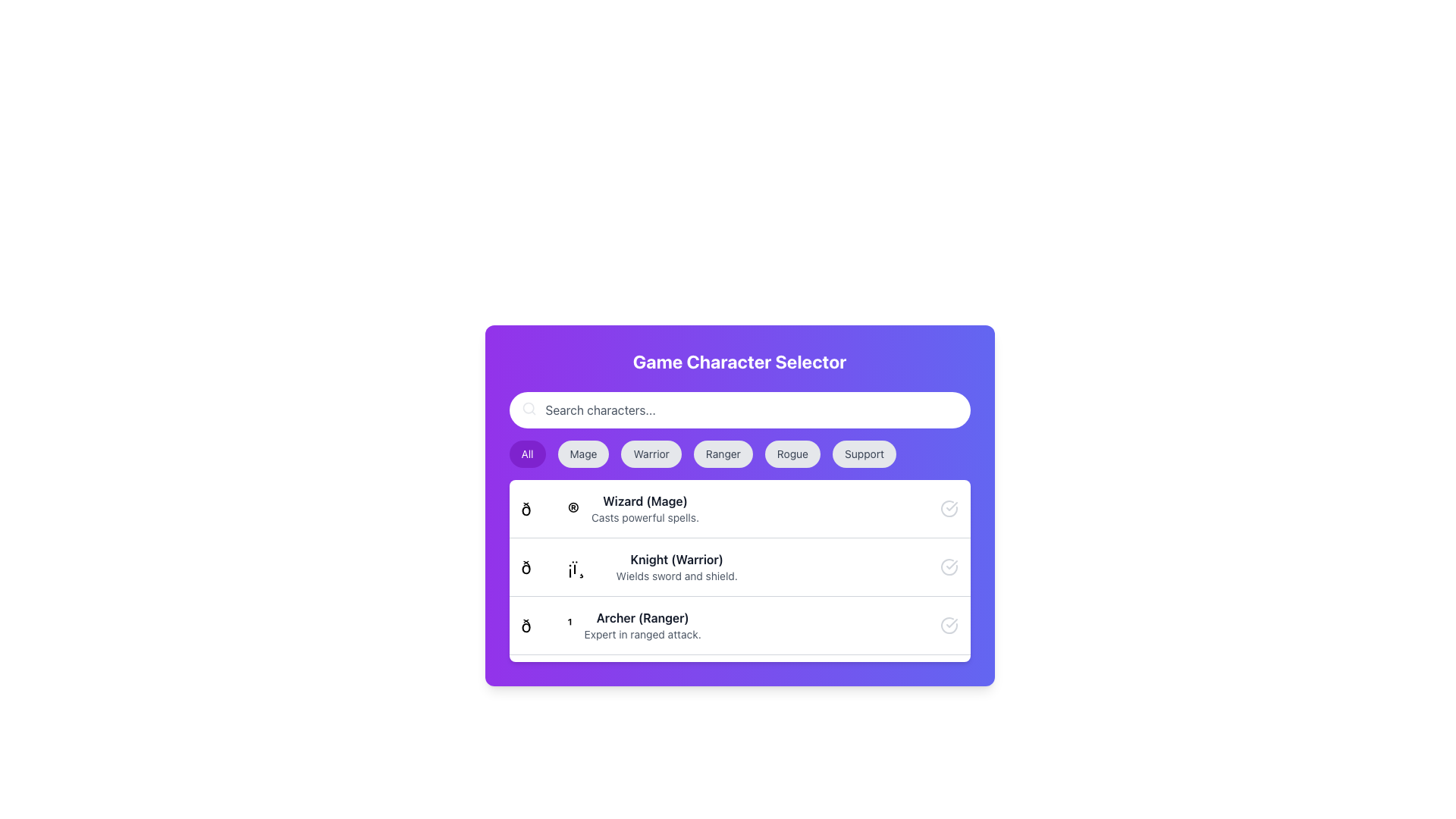  What do you see at coordinates (948, 567) in the screenshot?
I see `the circular icon with a checkmark located at the right end of the 'Knight (Warrior)' entry in the Game Character Selector` at bounding box center [948, 567].